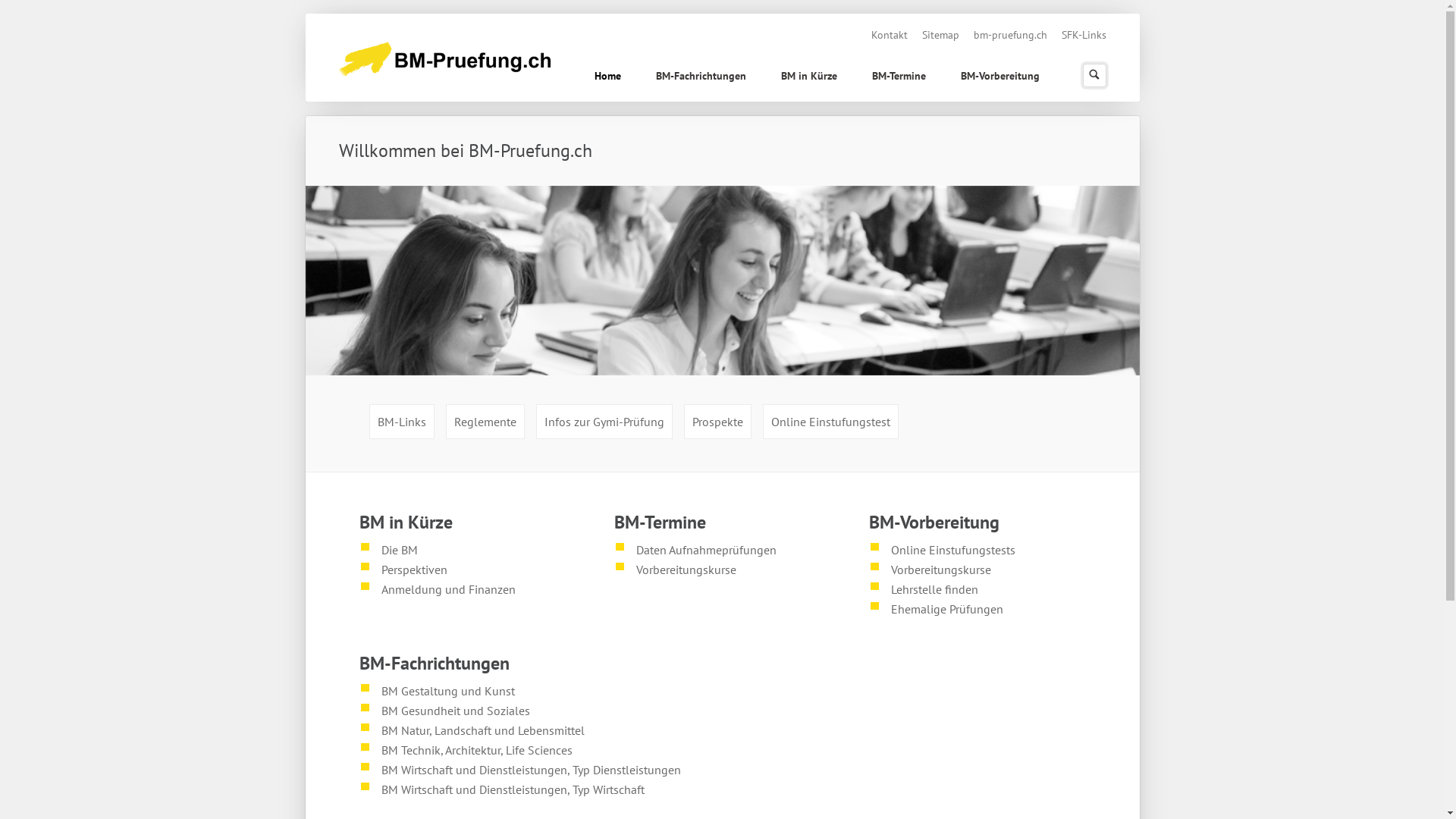 The image size is (1456, 819). Describe the element at coordinates (531, 769) in the screenshot. I see `'BM Wirtschaft und Dienstleistungen, Typ Dienstleistungen'` at that location.